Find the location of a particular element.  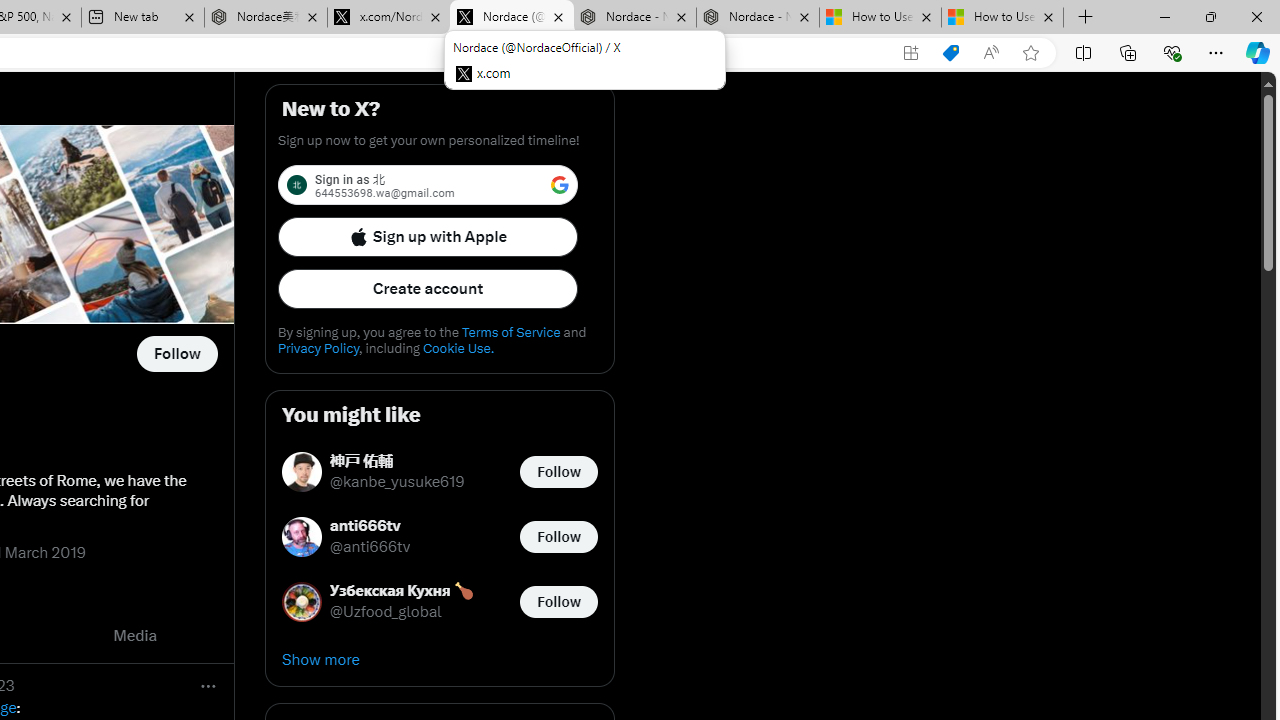

'@Uzfood_global' is located at coordinates (386, 611).